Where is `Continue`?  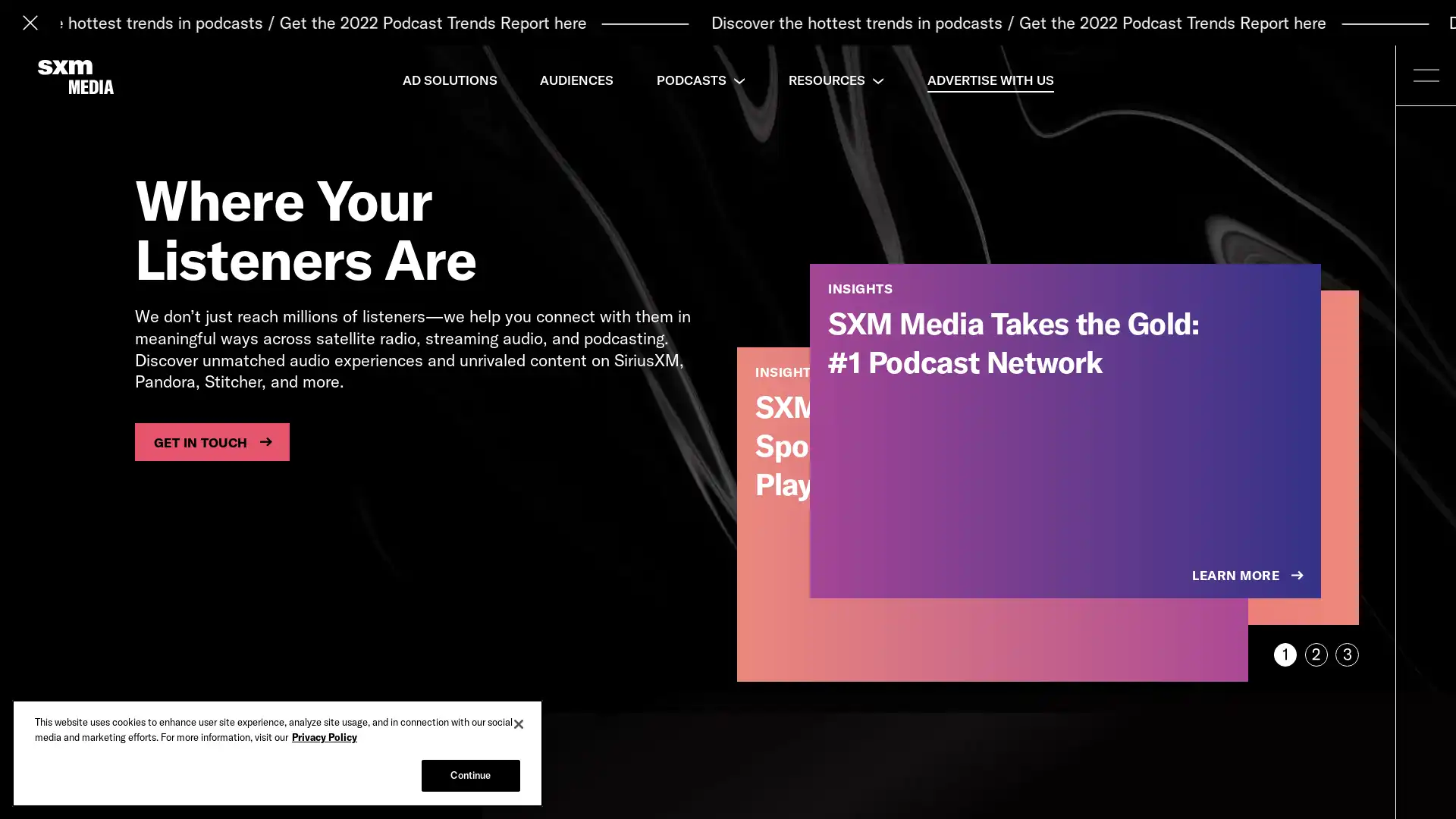 Continue is located at coordinates (469, 775).